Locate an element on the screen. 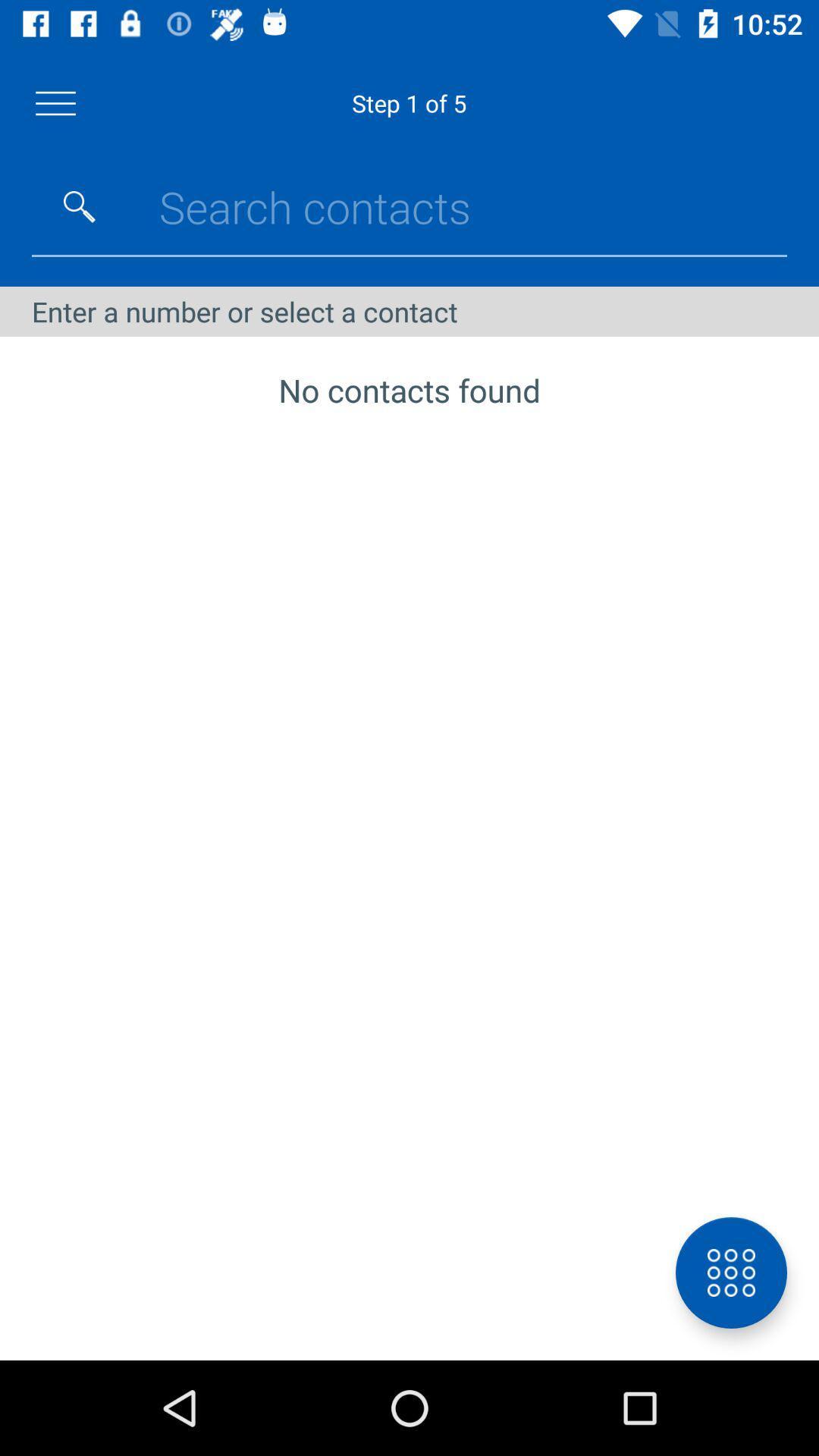 Image resolution: width=819 pixels, height=1456 pixels. search contacts is located at coordinates (79, 206).